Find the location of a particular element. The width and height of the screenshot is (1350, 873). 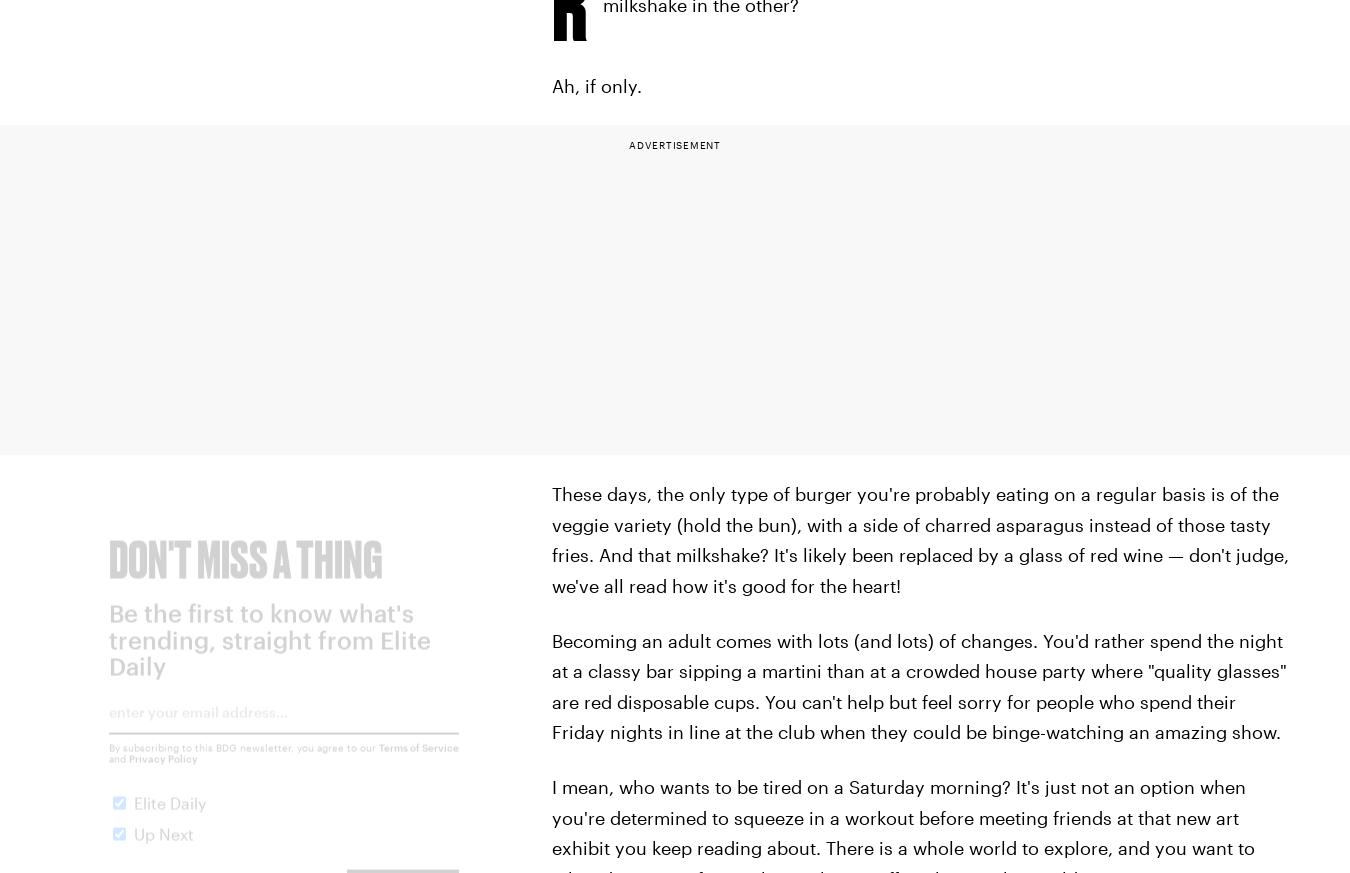

'Up Next' is located at coordinates (164, 849).